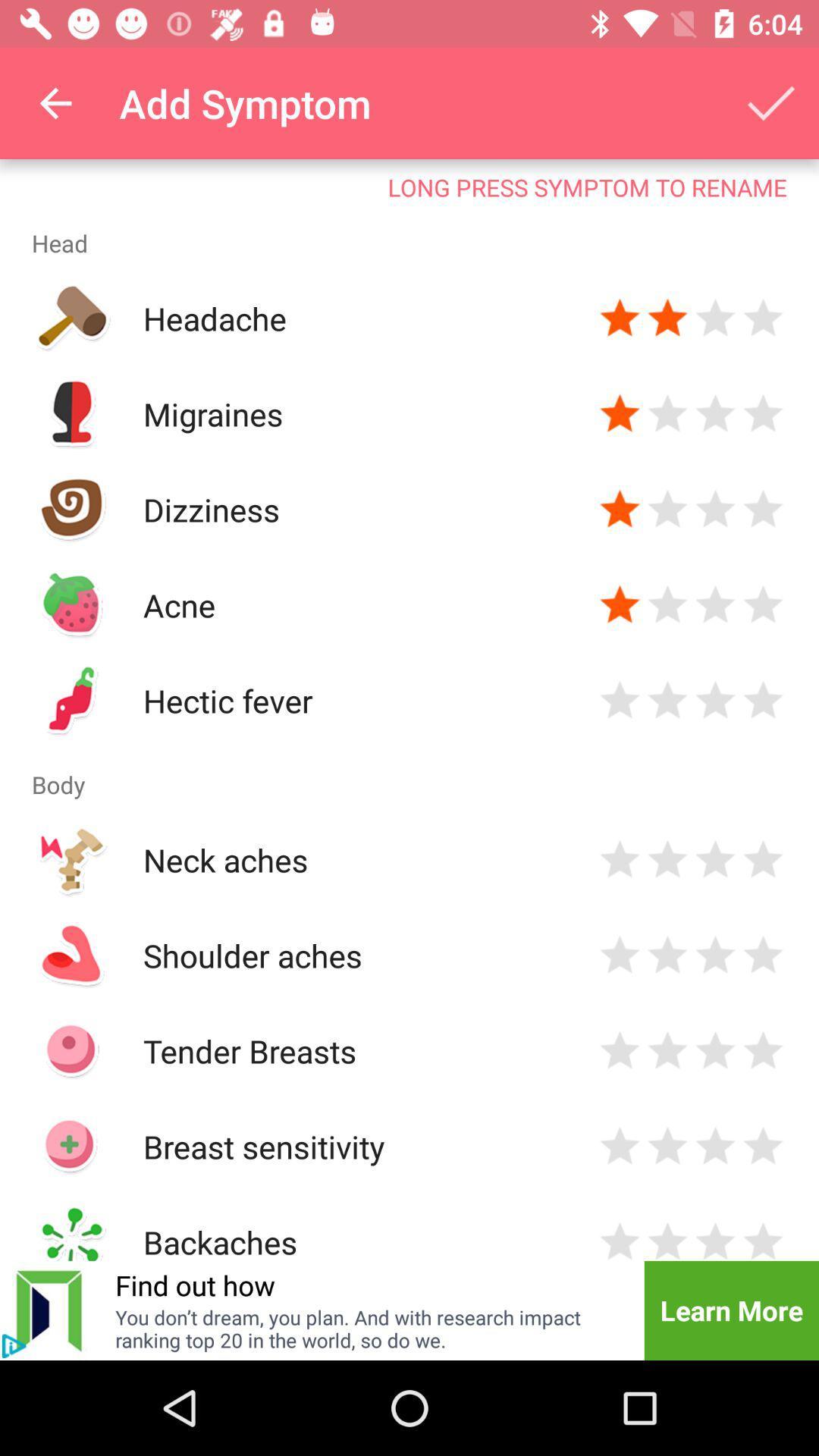 This screenshot has width=819, height=1456. I want to click on press to mute, so click(14, 1346).